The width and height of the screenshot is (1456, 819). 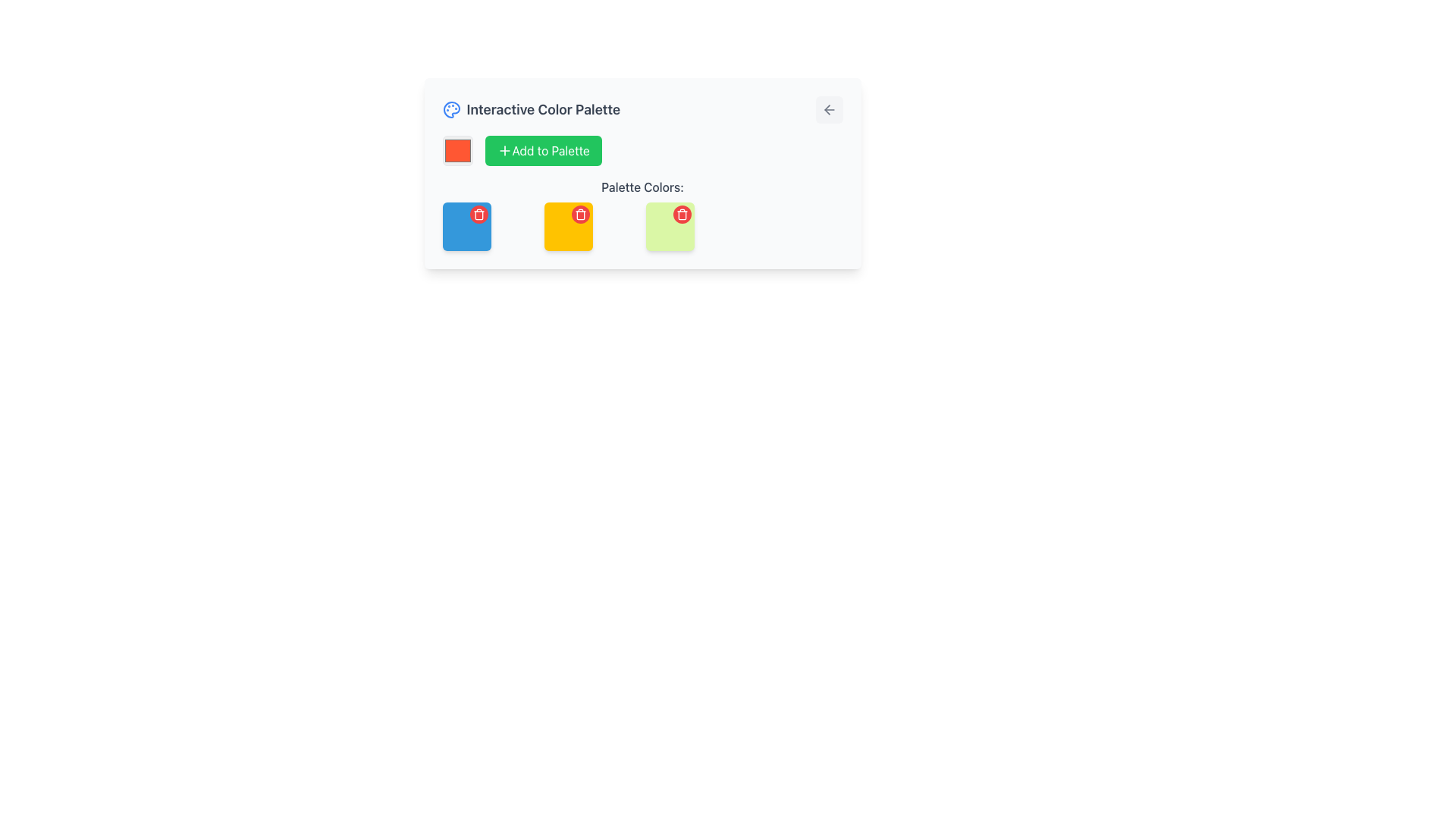 I want to click on the circular blue icon resembling a palette for painting, which is the leading component of the 'Interactive Color Palette' group, so click(x=450, y=109).